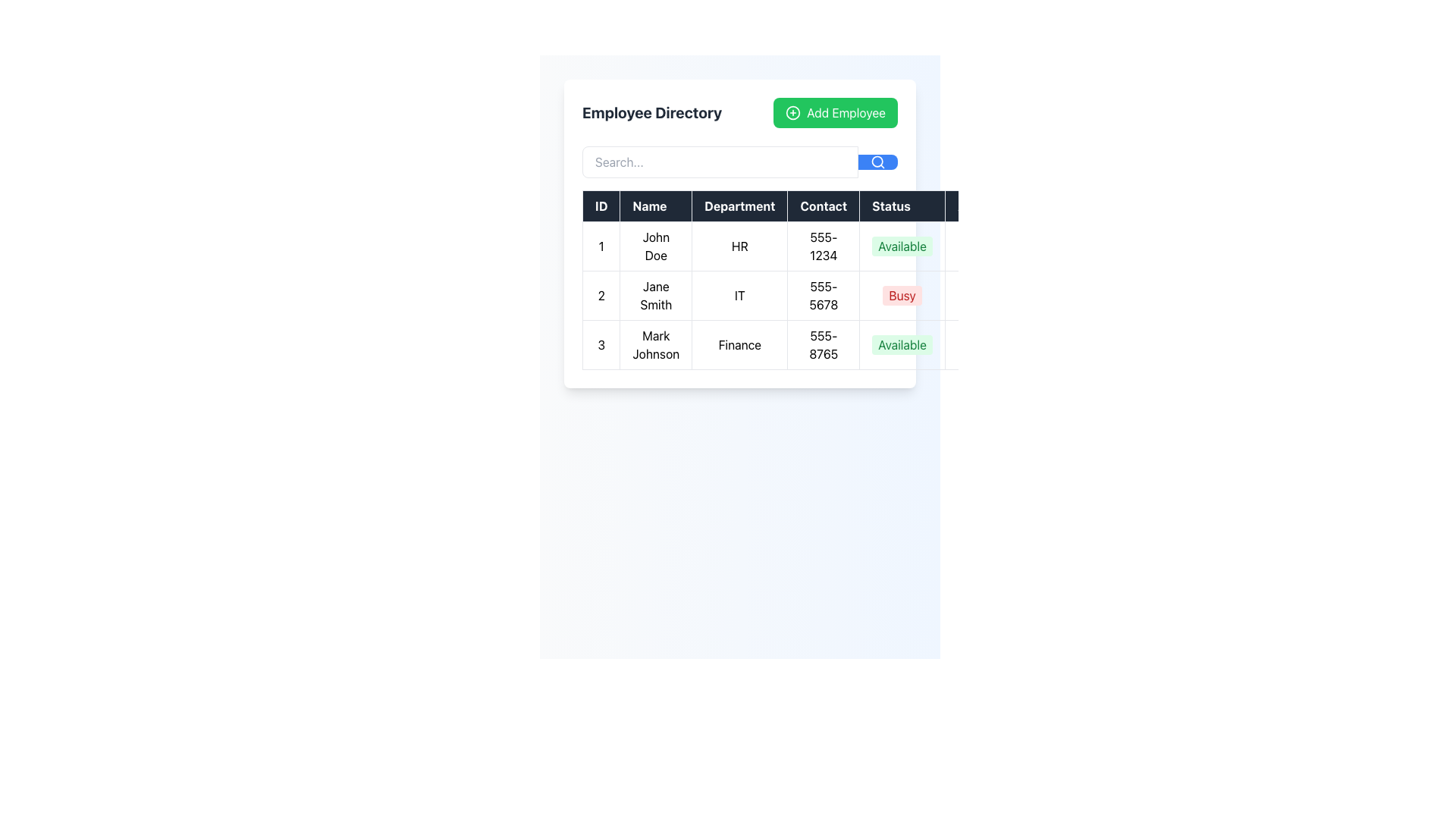  Describe the element at coordinates (798, 206) in the screenshot. I see `alignment and styling of the Header row of the table, which is the first row providing labels for each column, located at the top of the table` at that location.